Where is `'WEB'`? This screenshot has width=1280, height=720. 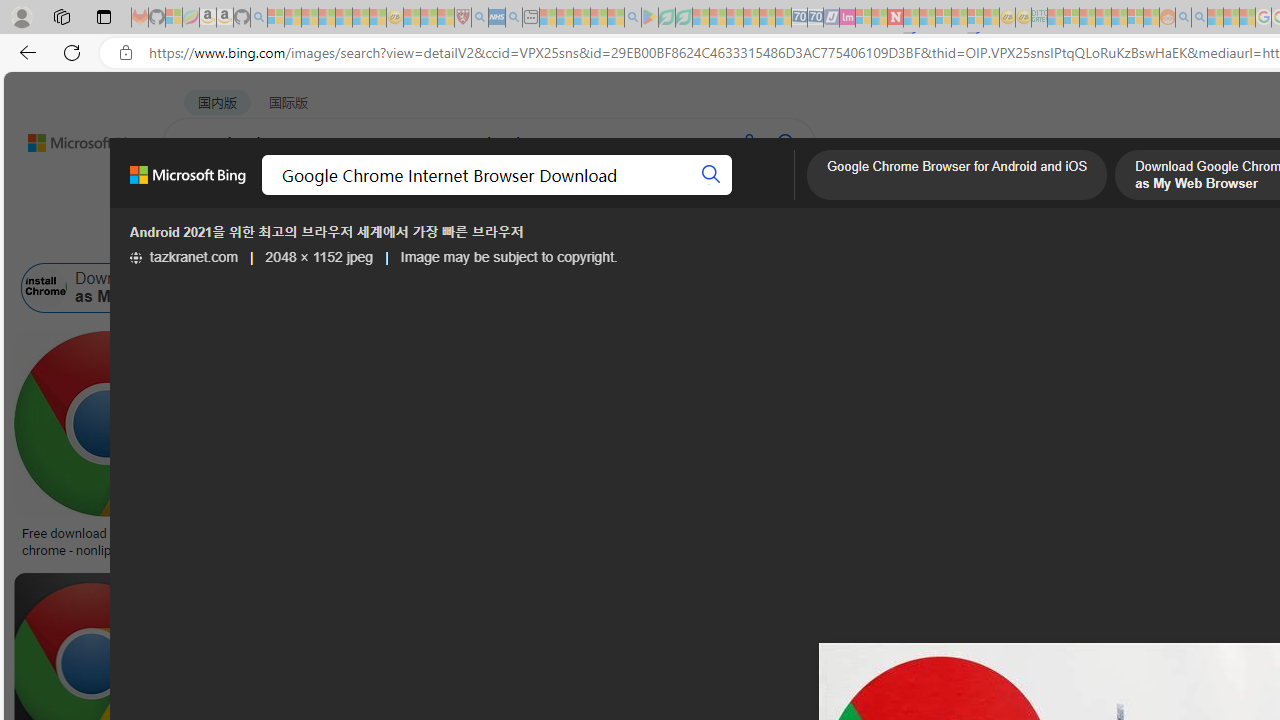
'WEB' is located at coordinates (201, 195).